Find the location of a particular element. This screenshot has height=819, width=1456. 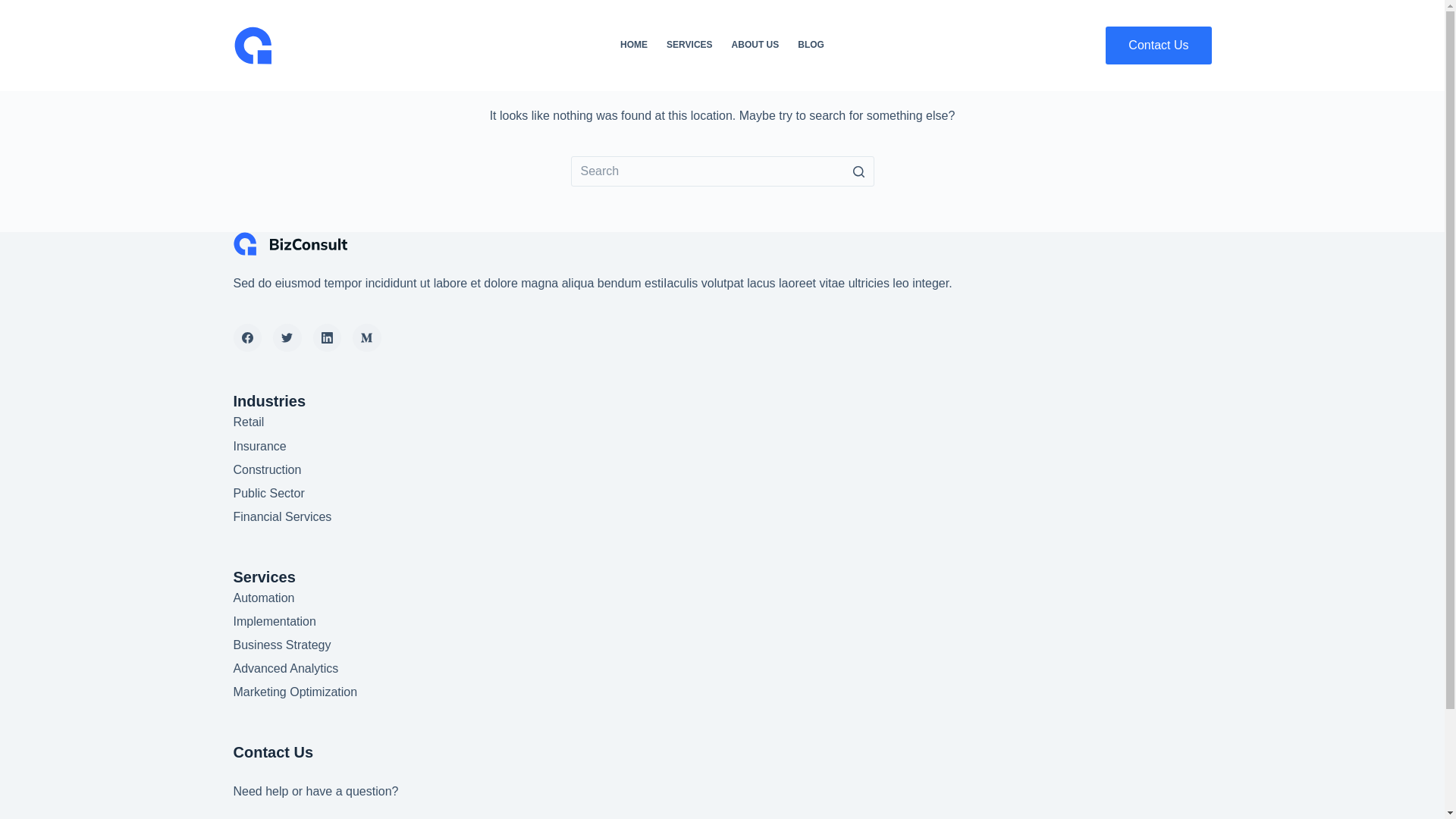

'Contact Us' is located at coordinates (1157, 45).